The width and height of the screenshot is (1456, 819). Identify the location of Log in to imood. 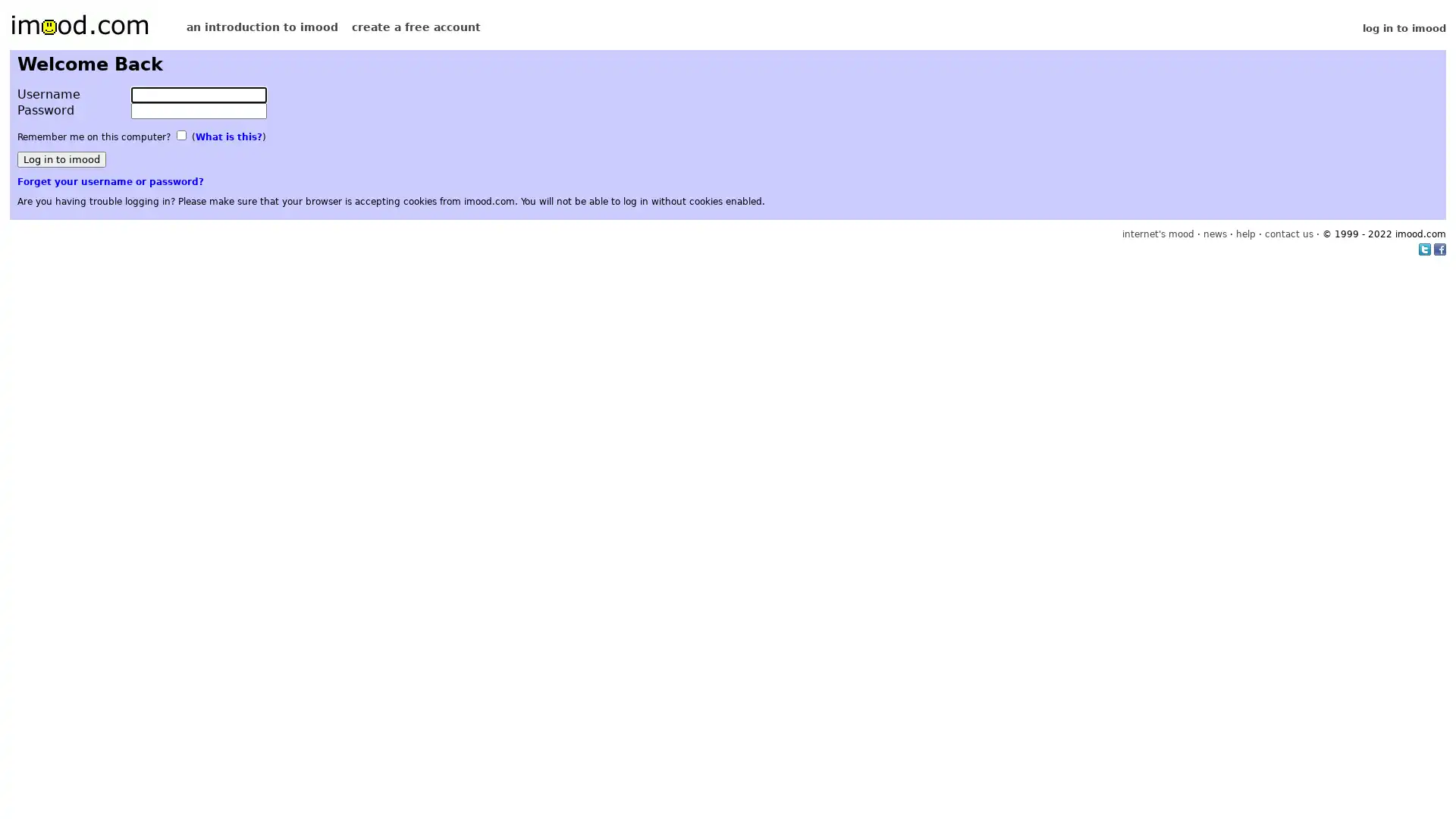
(61, 159).